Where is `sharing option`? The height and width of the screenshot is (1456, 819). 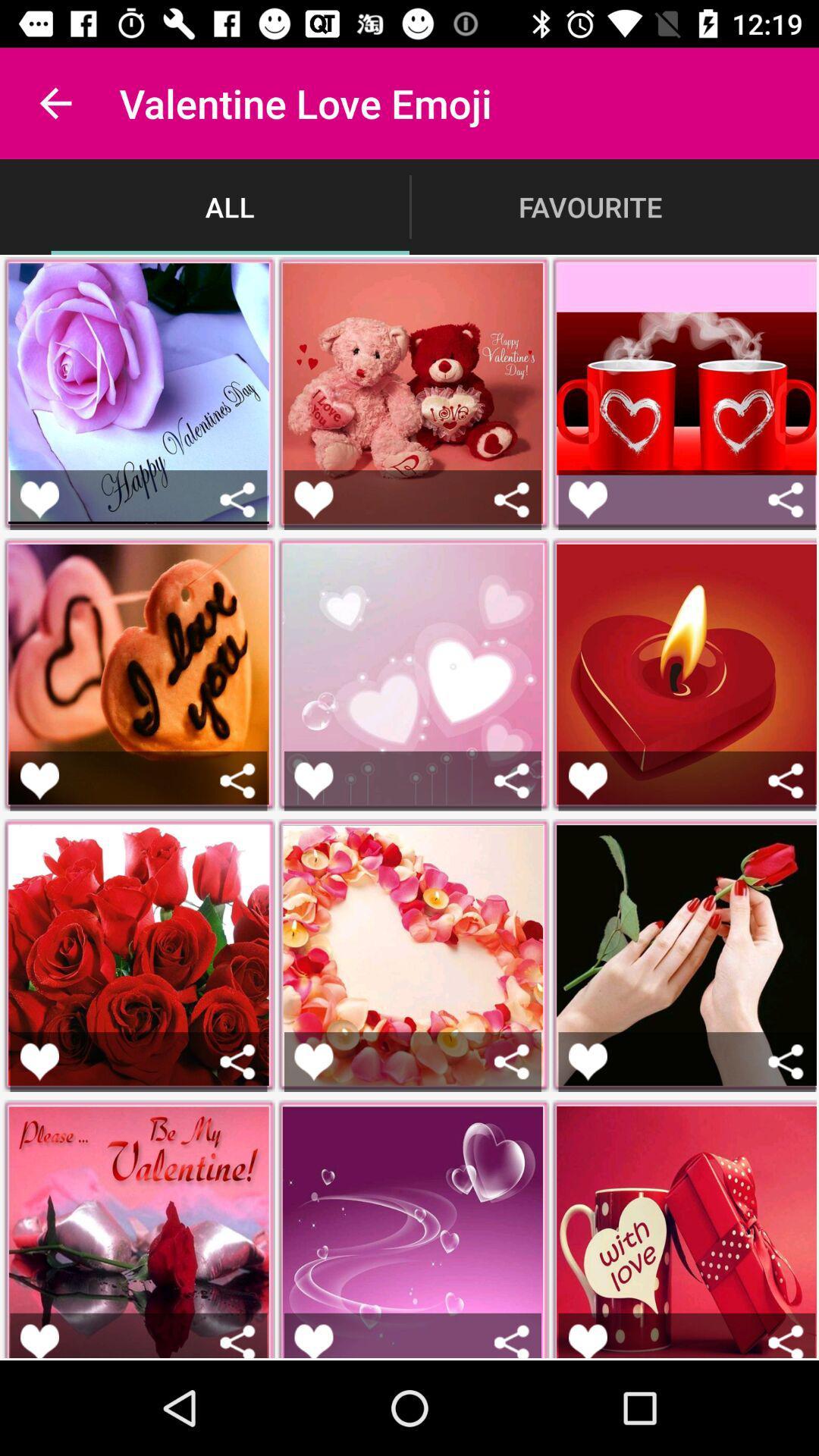
sharing option is located at coordinates (785, 1341).